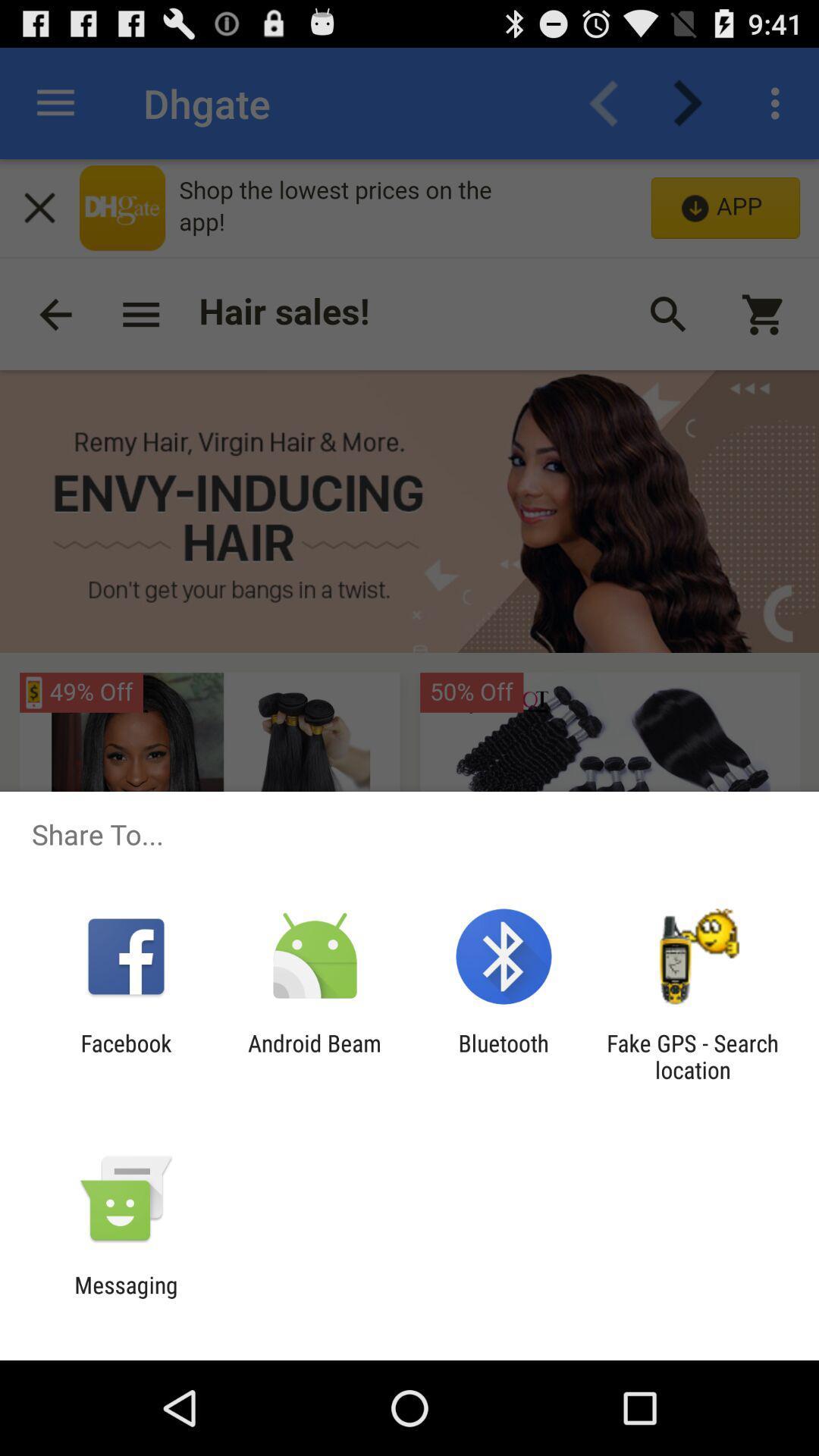 The width and height of the screenshot is (819, 1456). Describe the element at coordinates (692, 1056) in the screenshot. I see `fake gps search icon` at that location.